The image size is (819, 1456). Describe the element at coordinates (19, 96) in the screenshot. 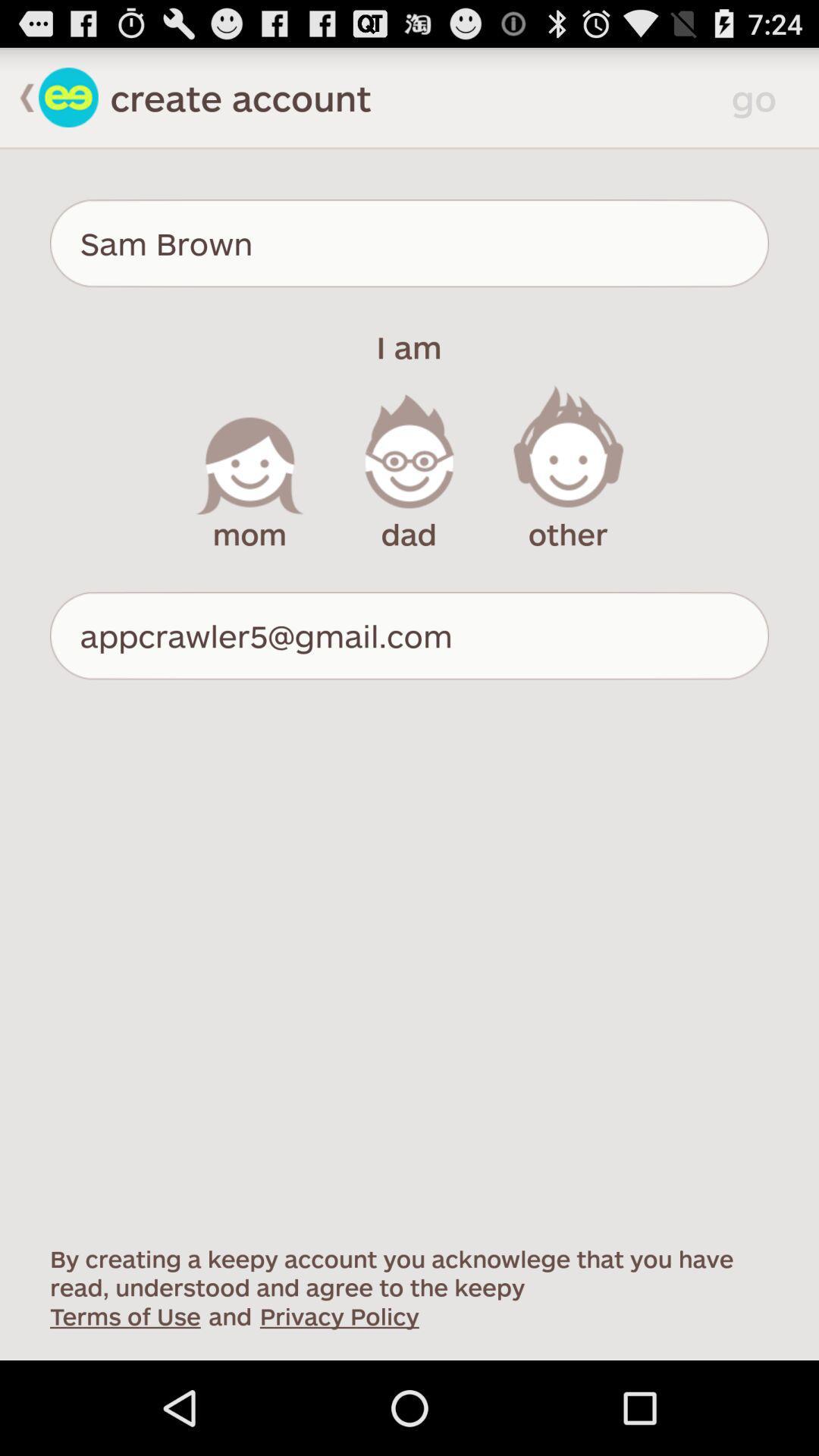

I see `previous` at that location.